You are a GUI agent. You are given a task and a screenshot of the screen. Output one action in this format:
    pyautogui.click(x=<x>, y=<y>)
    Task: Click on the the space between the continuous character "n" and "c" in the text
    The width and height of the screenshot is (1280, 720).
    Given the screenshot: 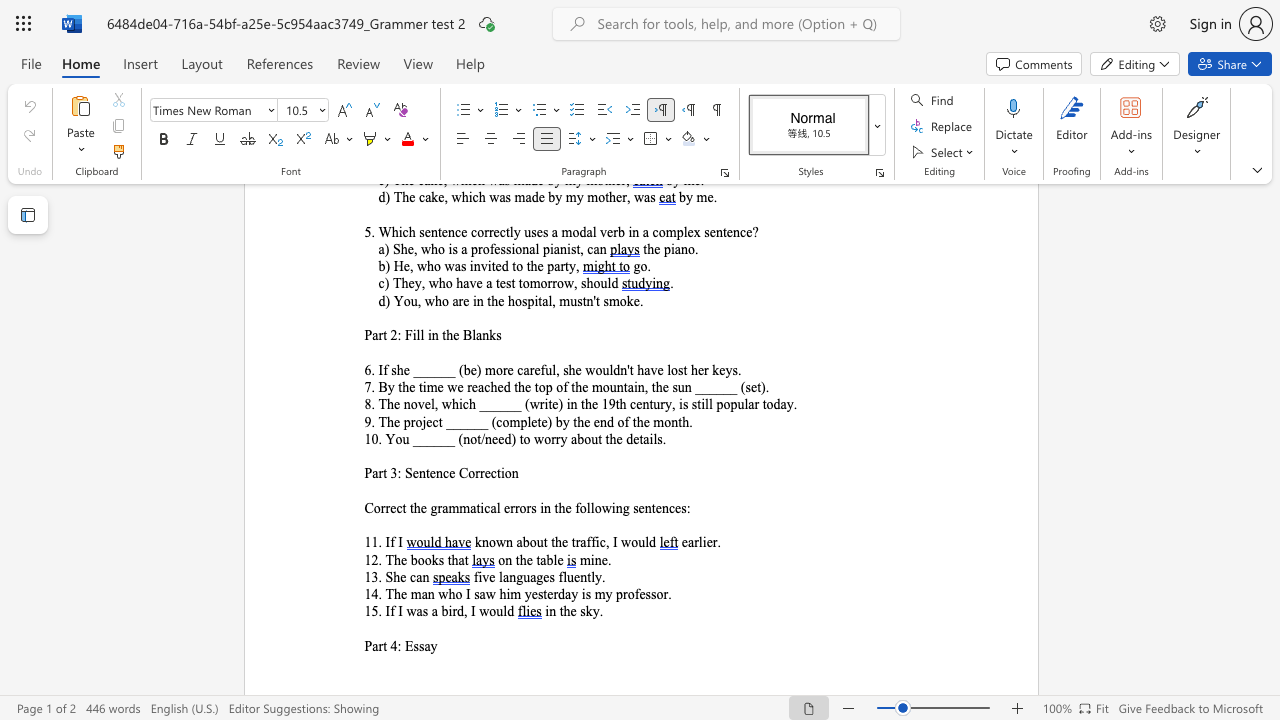 What is the action you would take?
    pyautogui.click(x=441, y=473)
    